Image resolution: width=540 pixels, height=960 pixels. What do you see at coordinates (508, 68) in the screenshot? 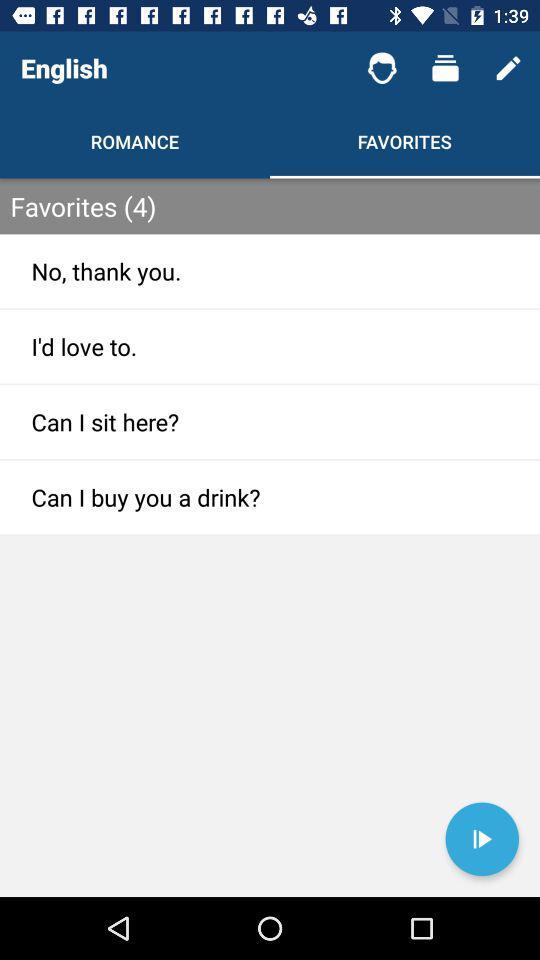
I see `the item above favorites (4) icon` at bounding box center [508, 68].